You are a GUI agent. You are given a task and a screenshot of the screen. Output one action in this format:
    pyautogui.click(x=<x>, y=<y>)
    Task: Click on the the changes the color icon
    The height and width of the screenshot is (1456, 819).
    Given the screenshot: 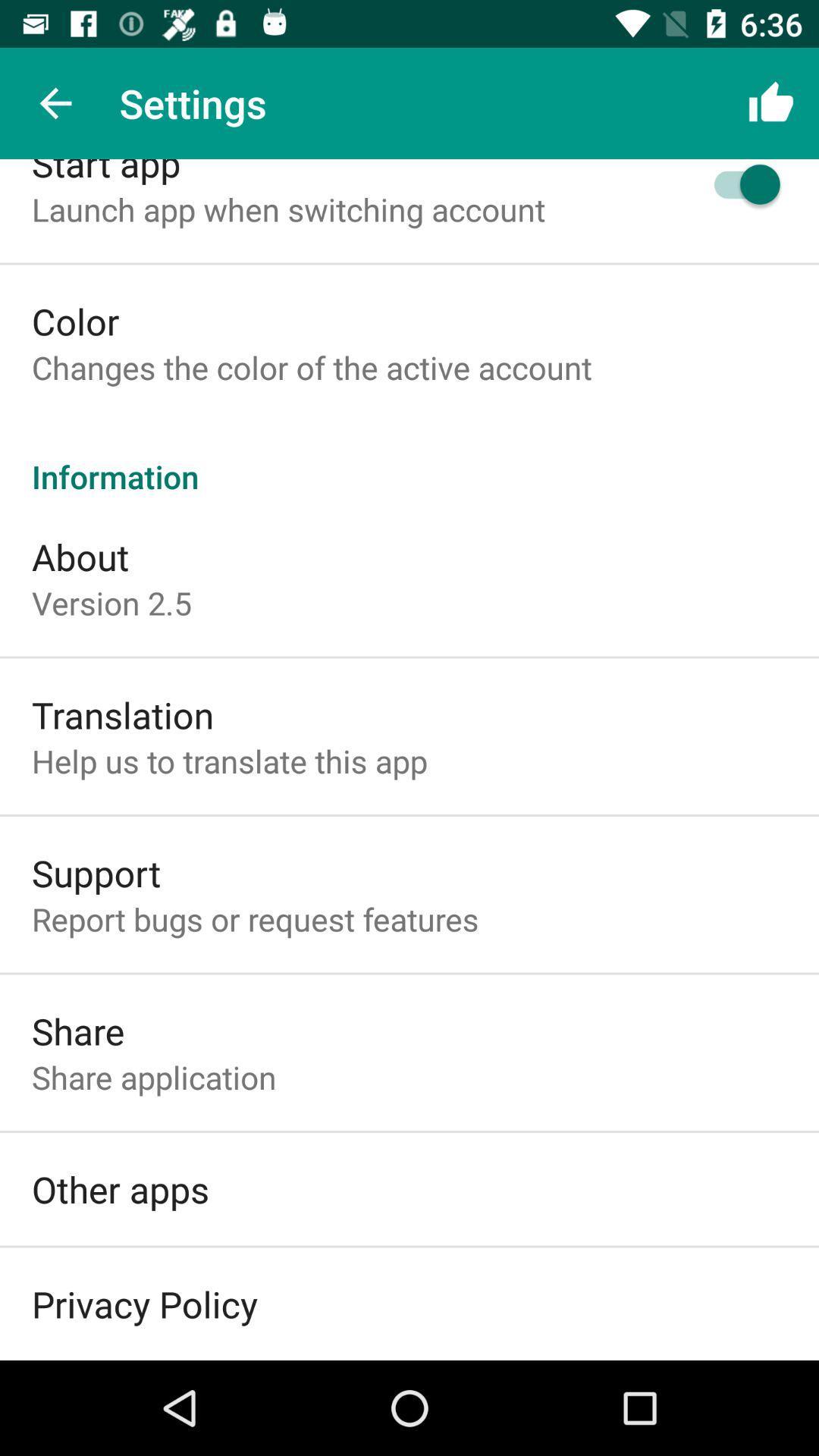 What is the action you would take?
    pyautogui.click(x=311, y=367)
    